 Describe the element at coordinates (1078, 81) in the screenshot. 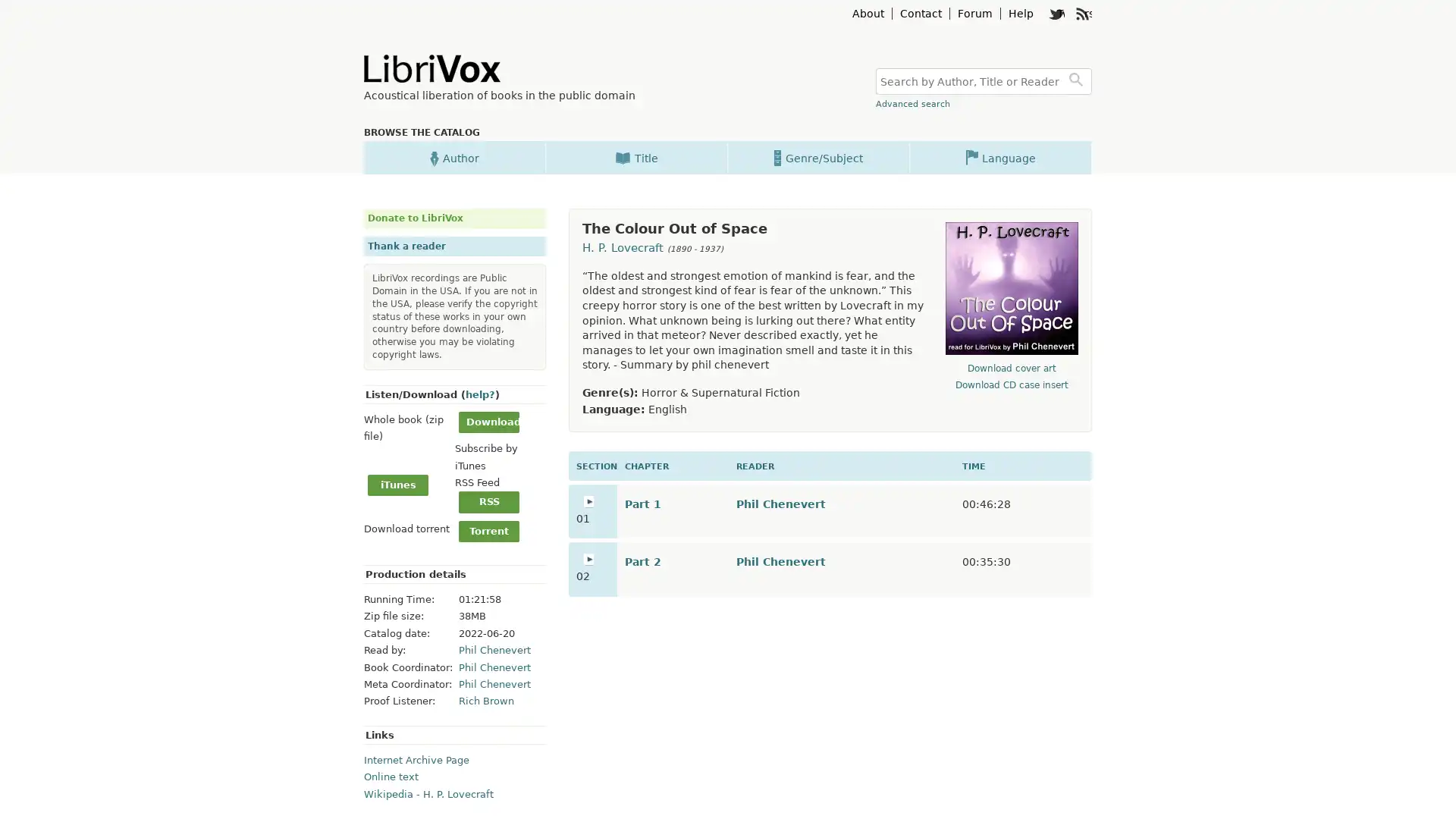

I see `Search` at that location.